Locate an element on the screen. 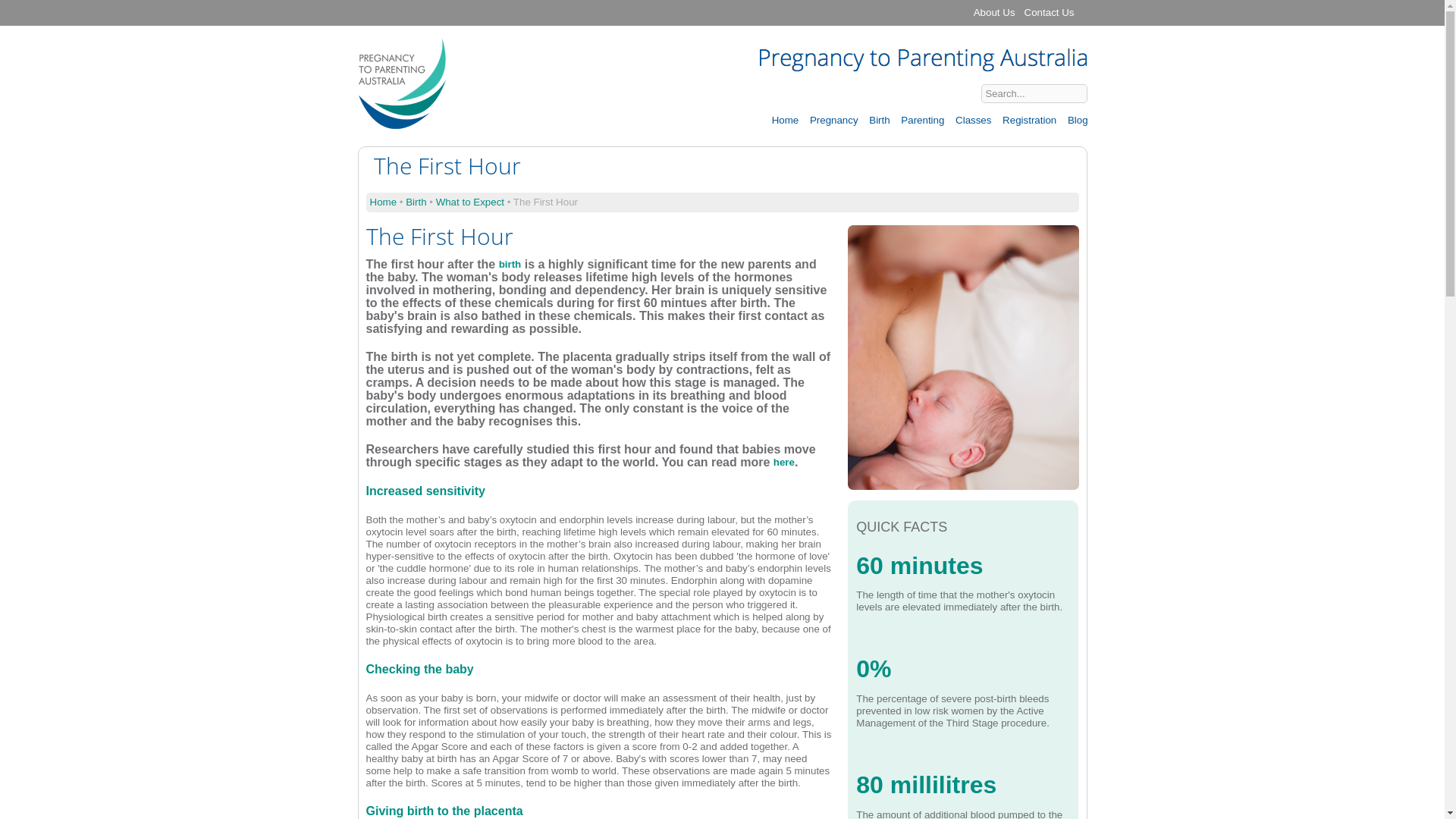 The width and height of the screenshot is (1456, 819). 'Parenting' is located at coordinates (921, 119).